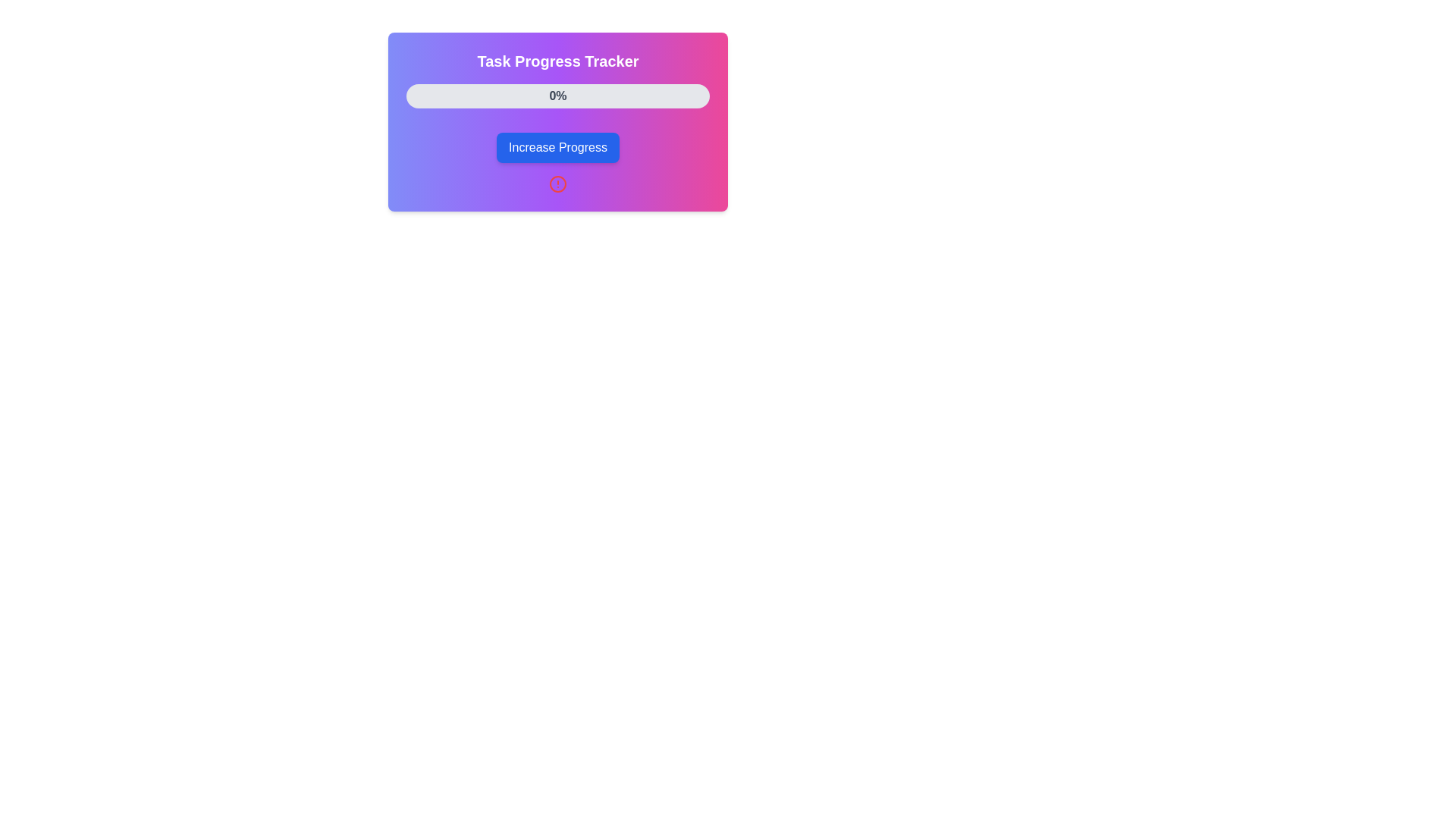  Describe the element at coordinates (557, 121) in the screenshot. I see `the progress bar by interacting with the progress tracking widget that displays the user's progress percentage` at that location.